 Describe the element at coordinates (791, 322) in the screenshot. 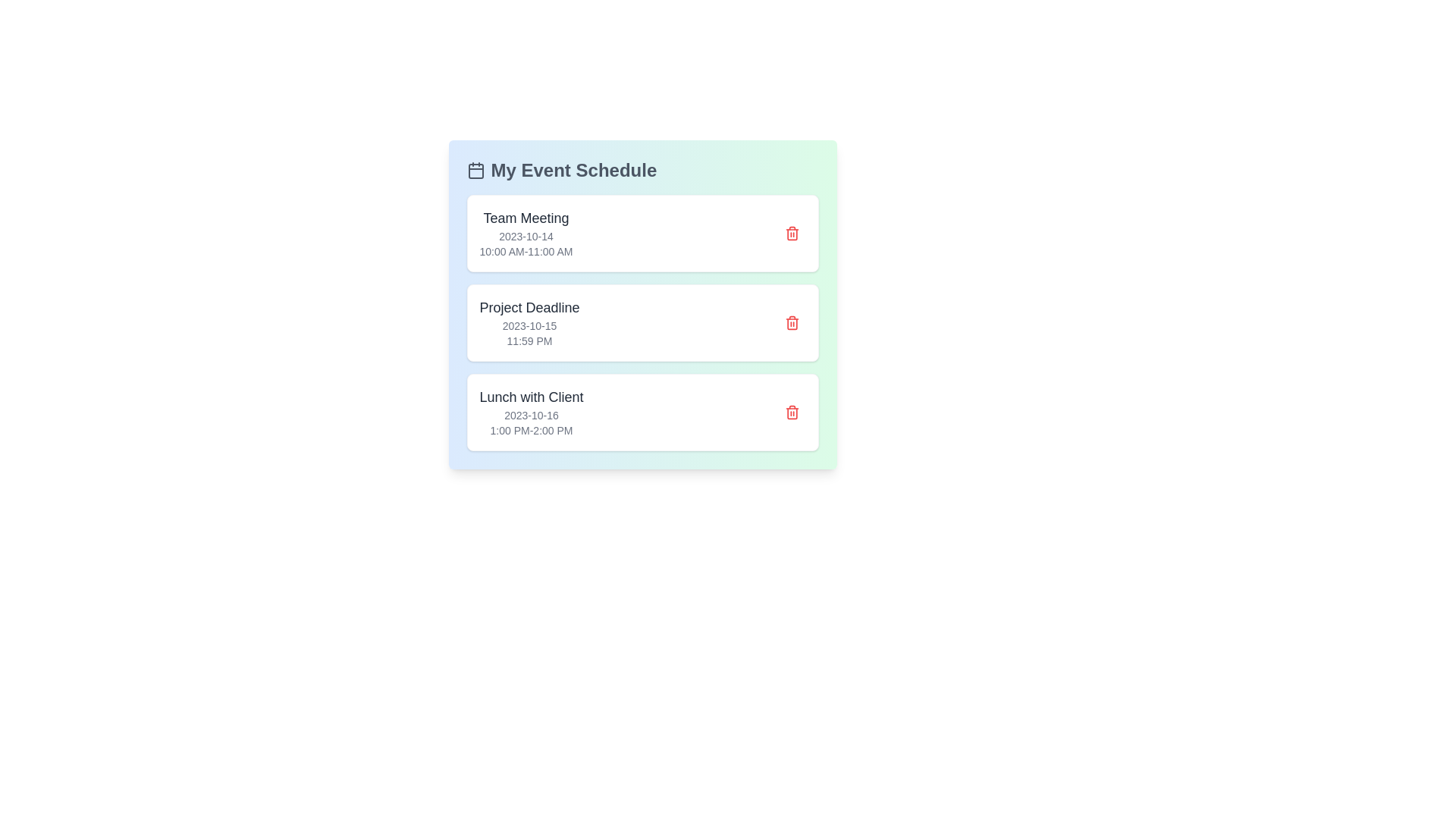

I see `the delete button for the event labeled 'Project Deadline'` at that location.